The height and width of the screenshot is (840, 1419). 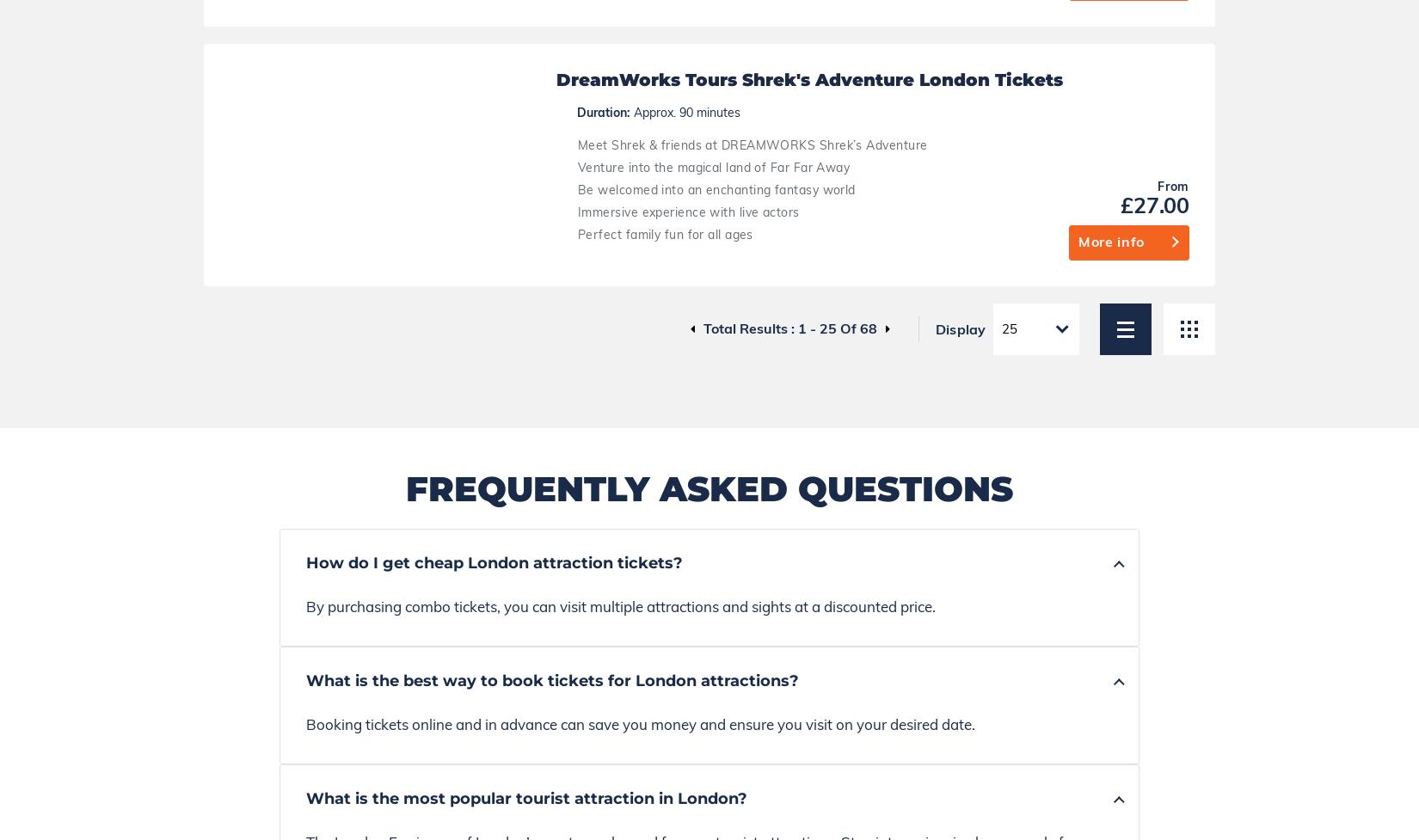 I want to click on 'Lost Property', so click(x=820, y=730).